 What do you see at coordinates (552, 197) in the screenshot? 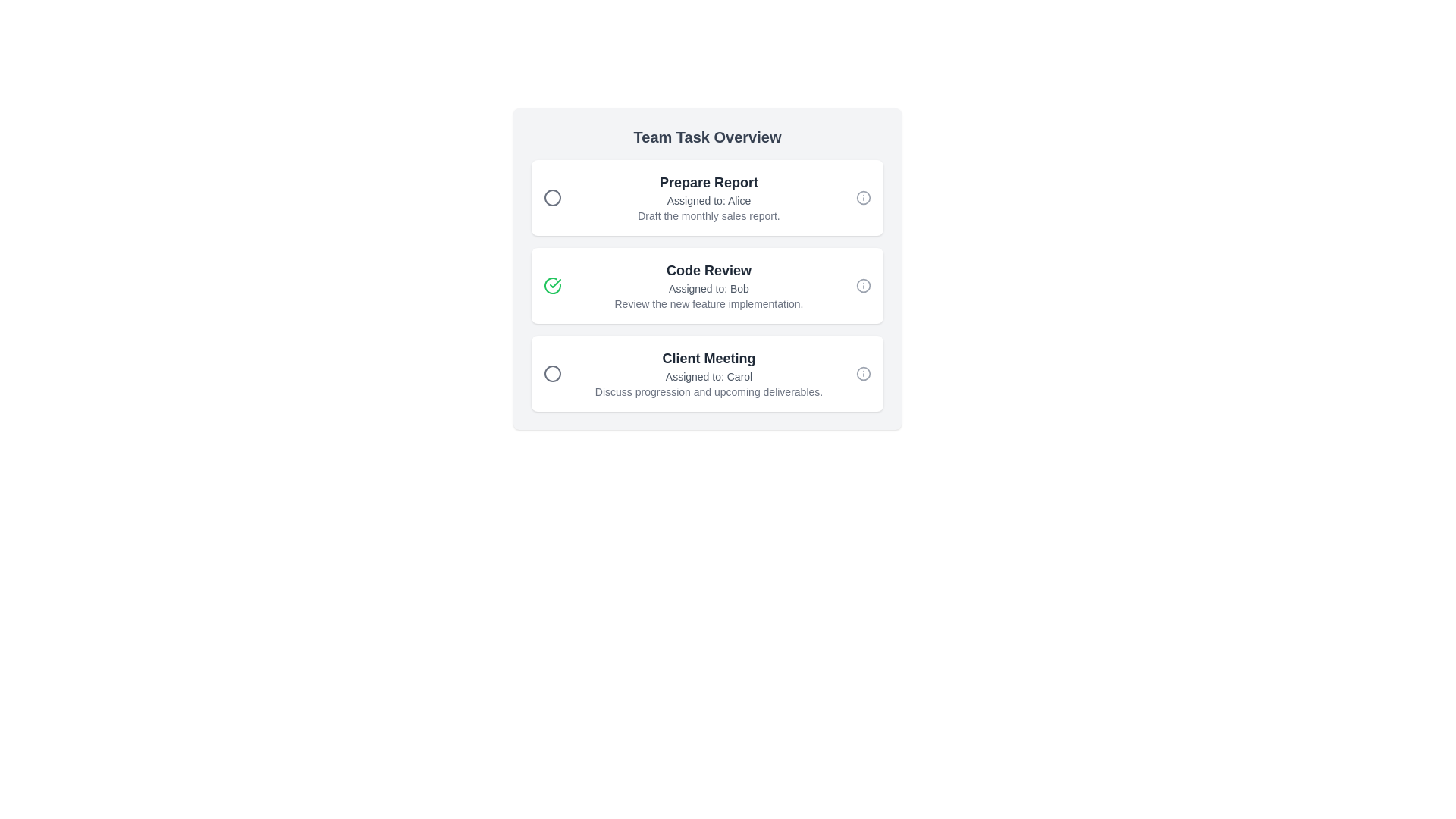
I see `the circular icon located to the left of the 'Prepare Report' title, which is part of the first task list item` at bounding box center [552, 197].